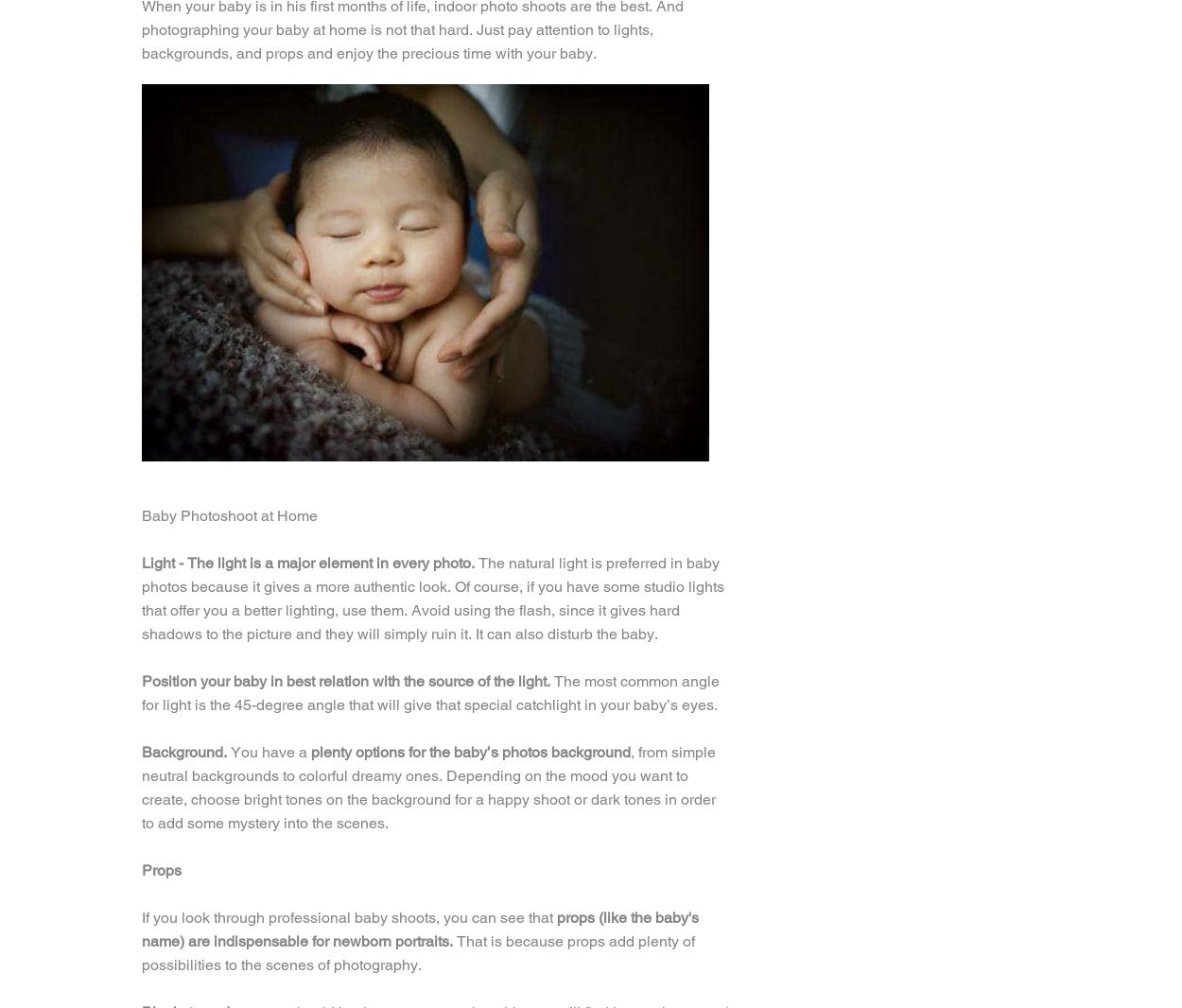  I want to click on 'props (like the baby's name) are indispensable for newborn portraits.', so click(419, 929).